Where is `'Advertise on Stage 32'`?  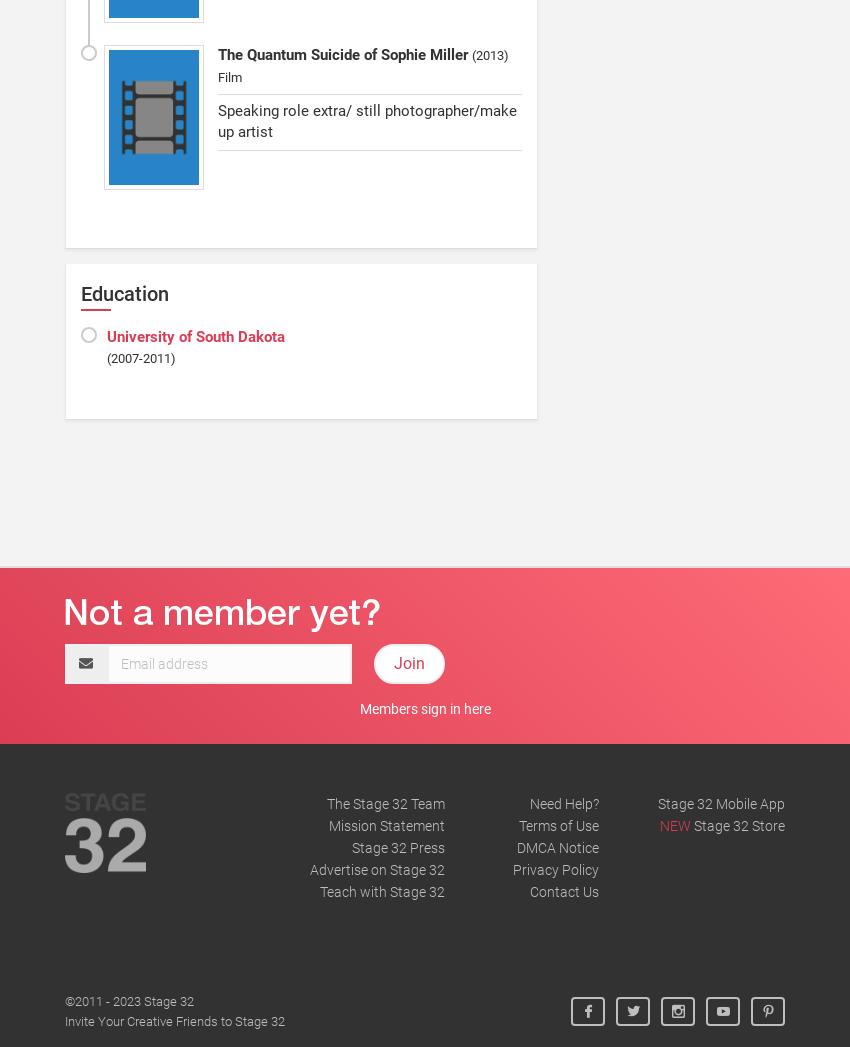
'Advertise on Stage 32' is located at coordinates (308, 868).